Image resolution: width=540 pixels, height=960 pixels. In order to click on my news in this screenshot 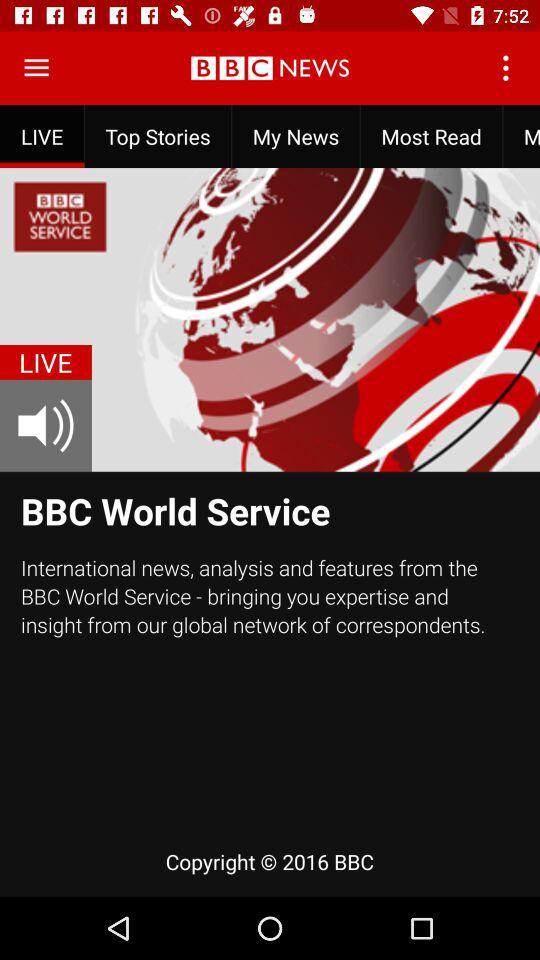, I will do `click(294, 135)`.